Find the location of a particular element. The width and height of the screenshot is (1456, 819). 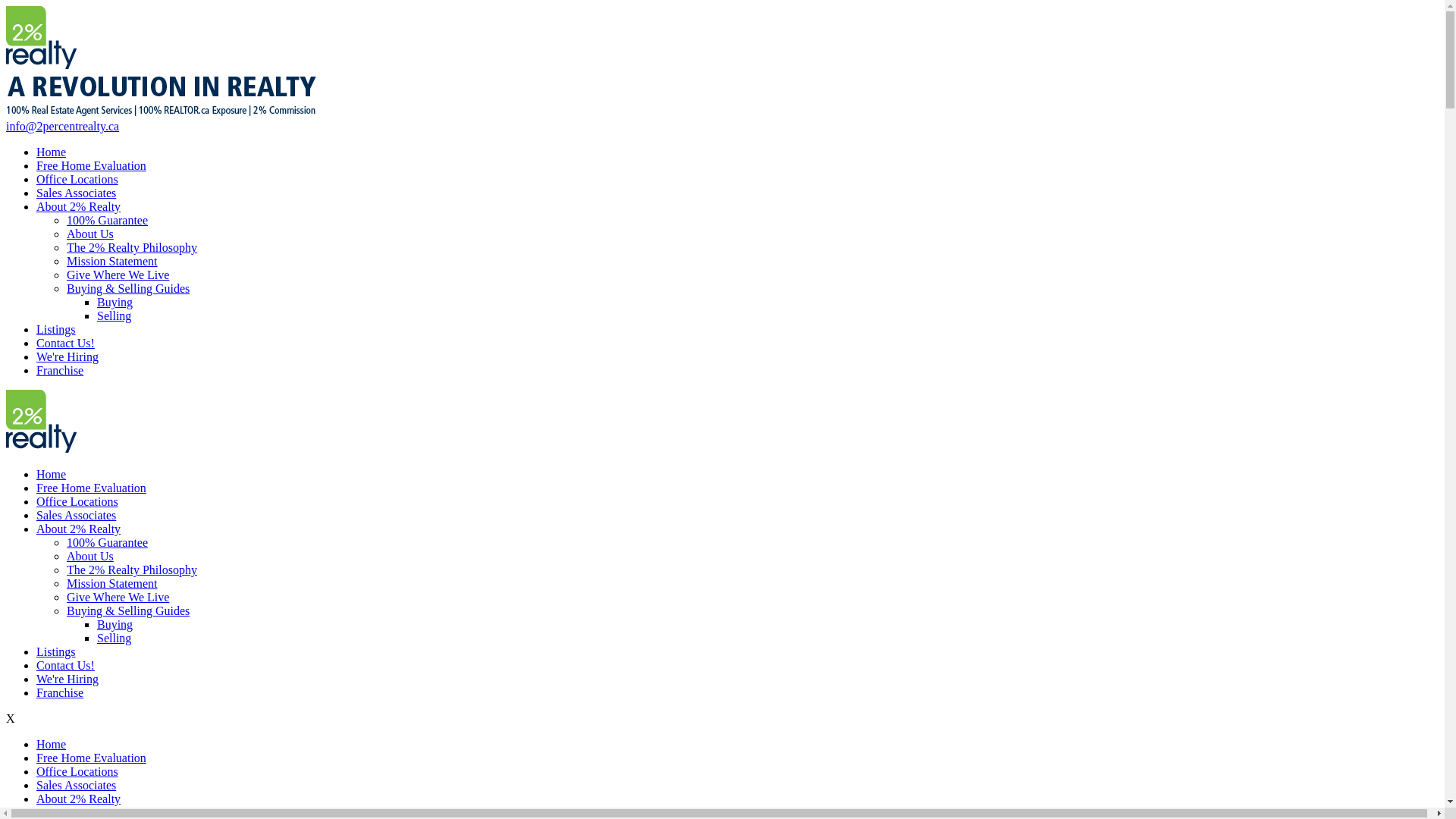

'About 2% Realty' is located at coordinates (77, 206).